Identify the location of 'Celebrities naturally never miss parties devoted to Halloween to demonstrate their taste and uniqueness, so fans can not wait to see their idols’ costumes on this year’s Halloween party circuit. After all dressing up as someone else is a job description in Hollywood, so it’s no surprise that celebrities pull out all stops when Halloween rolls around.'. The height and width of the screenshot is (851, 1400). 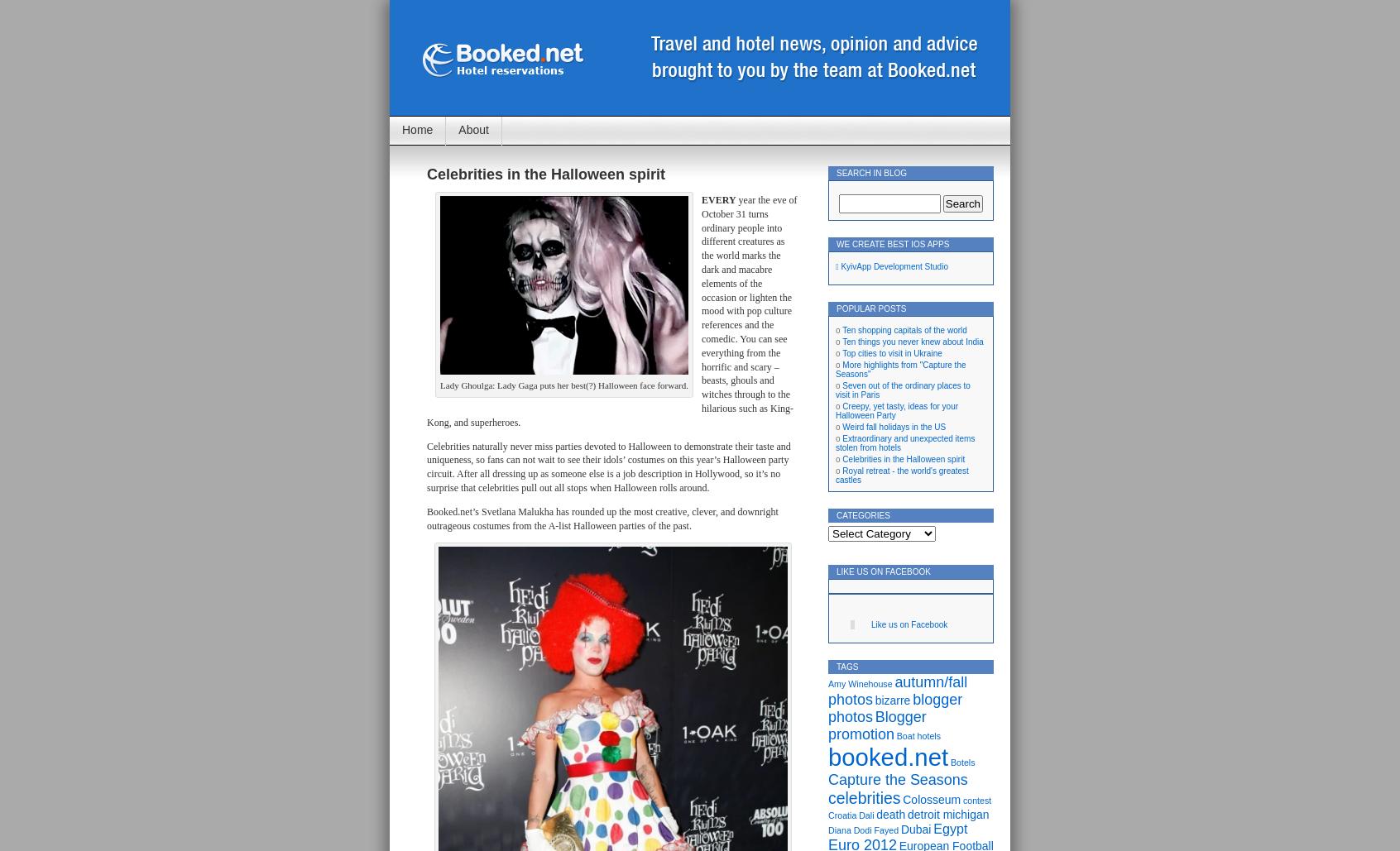
(427, 465).